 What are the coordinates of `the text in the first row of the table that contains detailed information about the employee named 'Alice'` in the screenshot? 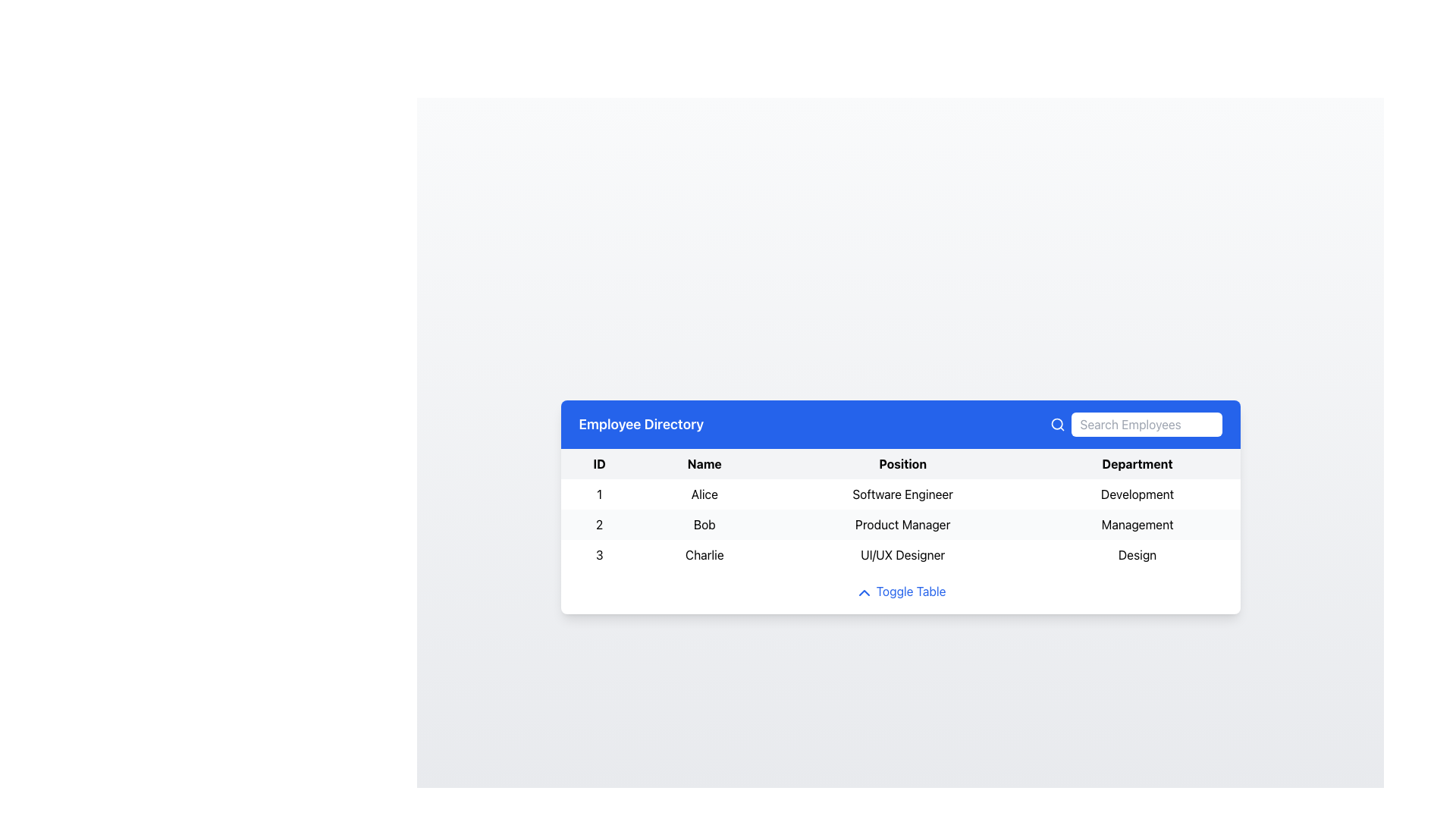 It's located at (900, 494).